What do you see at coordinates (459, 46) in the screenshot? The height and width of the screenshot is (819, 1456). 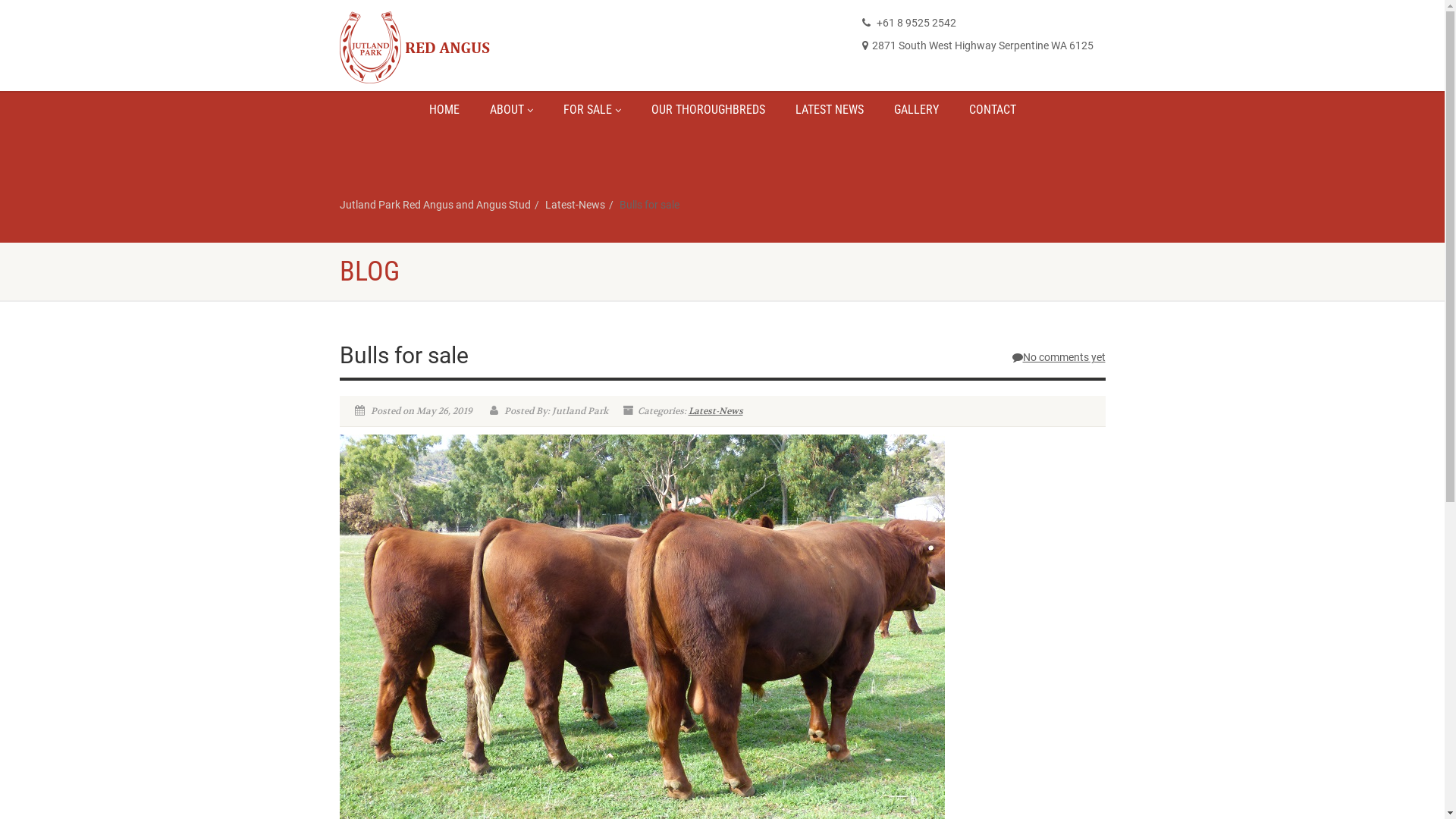 I see `'Logo'` at bounding box center [459, 46].